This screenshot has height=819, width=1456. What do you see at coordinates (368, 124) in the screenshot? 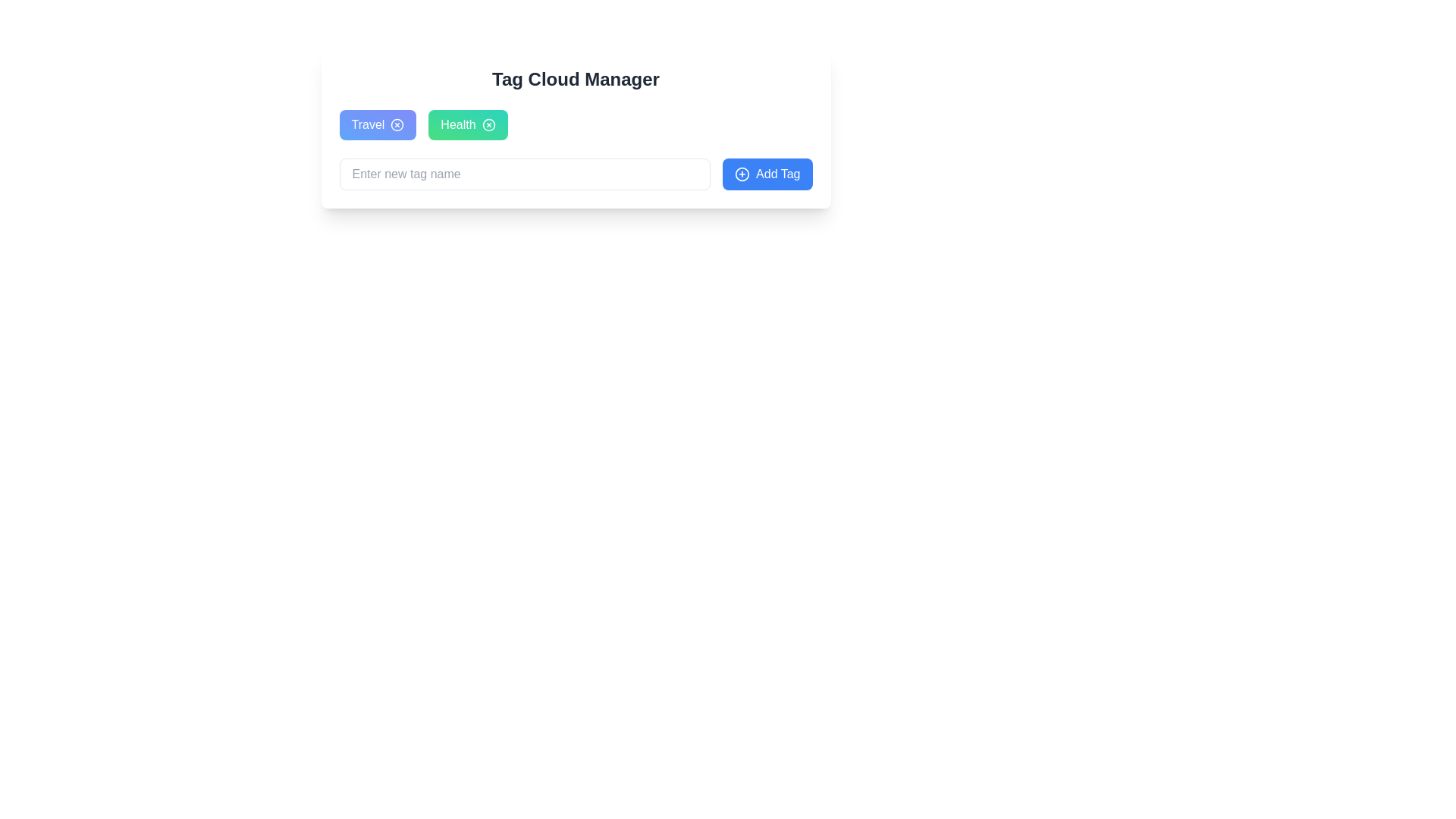
I see `the 'Travel' tag, which is a stylized button with white text on a gradient blue to indigo background` at bounding box center [368, 124].